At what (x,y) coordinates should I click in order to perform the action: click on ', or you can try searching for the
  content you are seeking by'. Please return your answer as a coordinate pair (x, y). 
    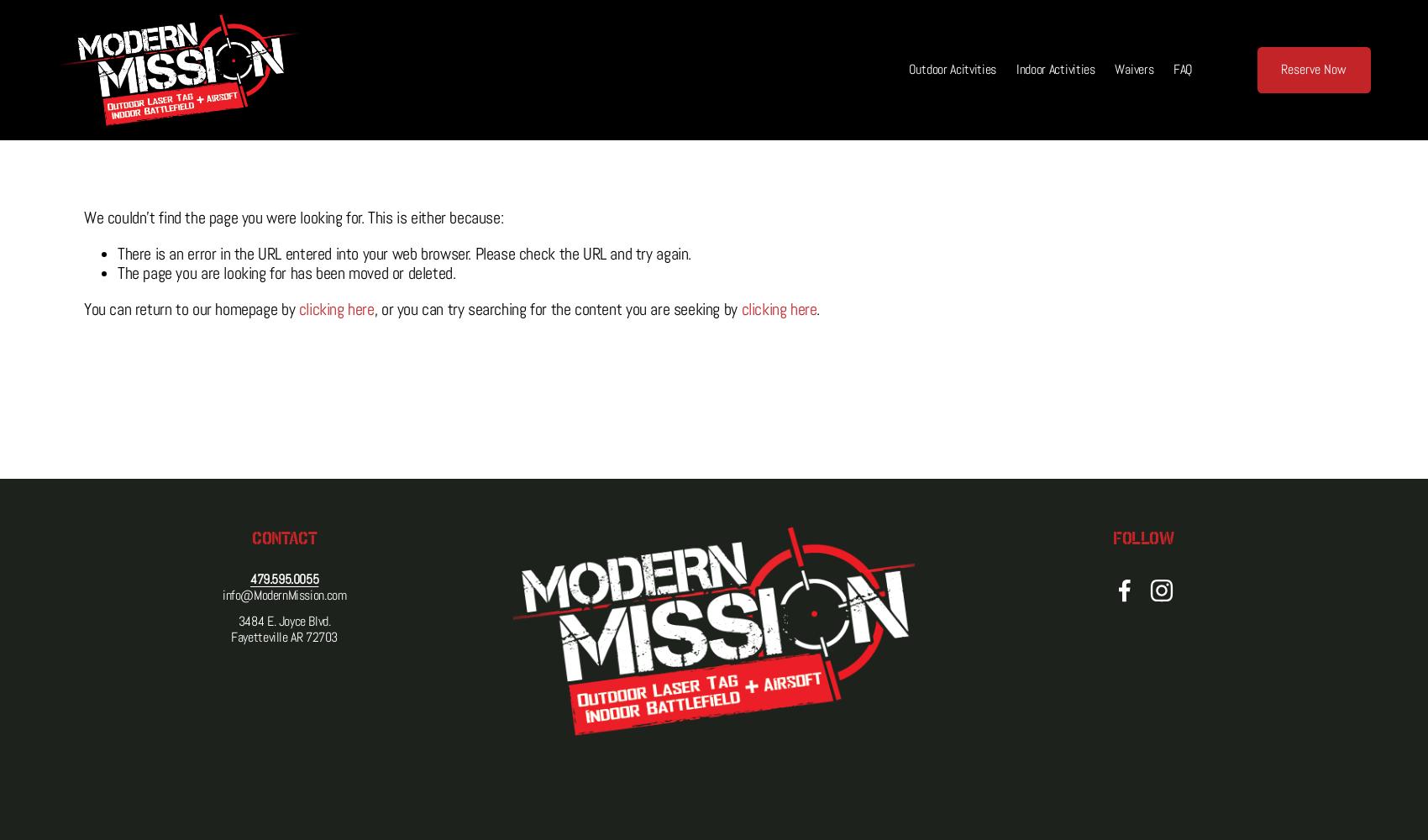
    Looking at the image, I should click on (557, 308).